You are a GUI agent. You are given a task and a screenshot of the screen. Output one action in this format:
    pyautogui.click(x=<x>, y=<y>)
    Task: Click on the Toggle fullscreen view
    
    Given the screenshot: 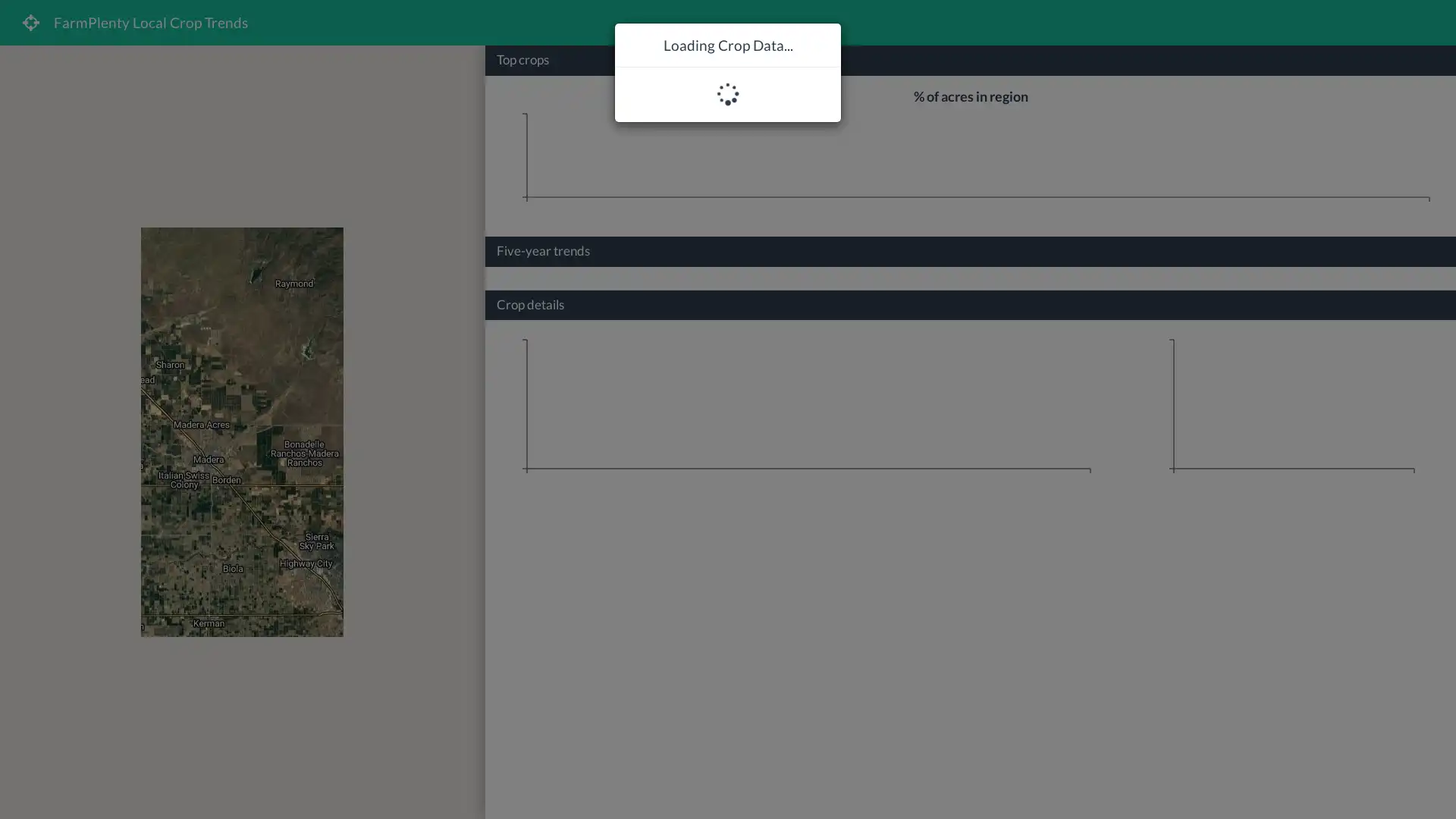 What is the action you would take?
    pyautogui.click(x=461, y=67)
    